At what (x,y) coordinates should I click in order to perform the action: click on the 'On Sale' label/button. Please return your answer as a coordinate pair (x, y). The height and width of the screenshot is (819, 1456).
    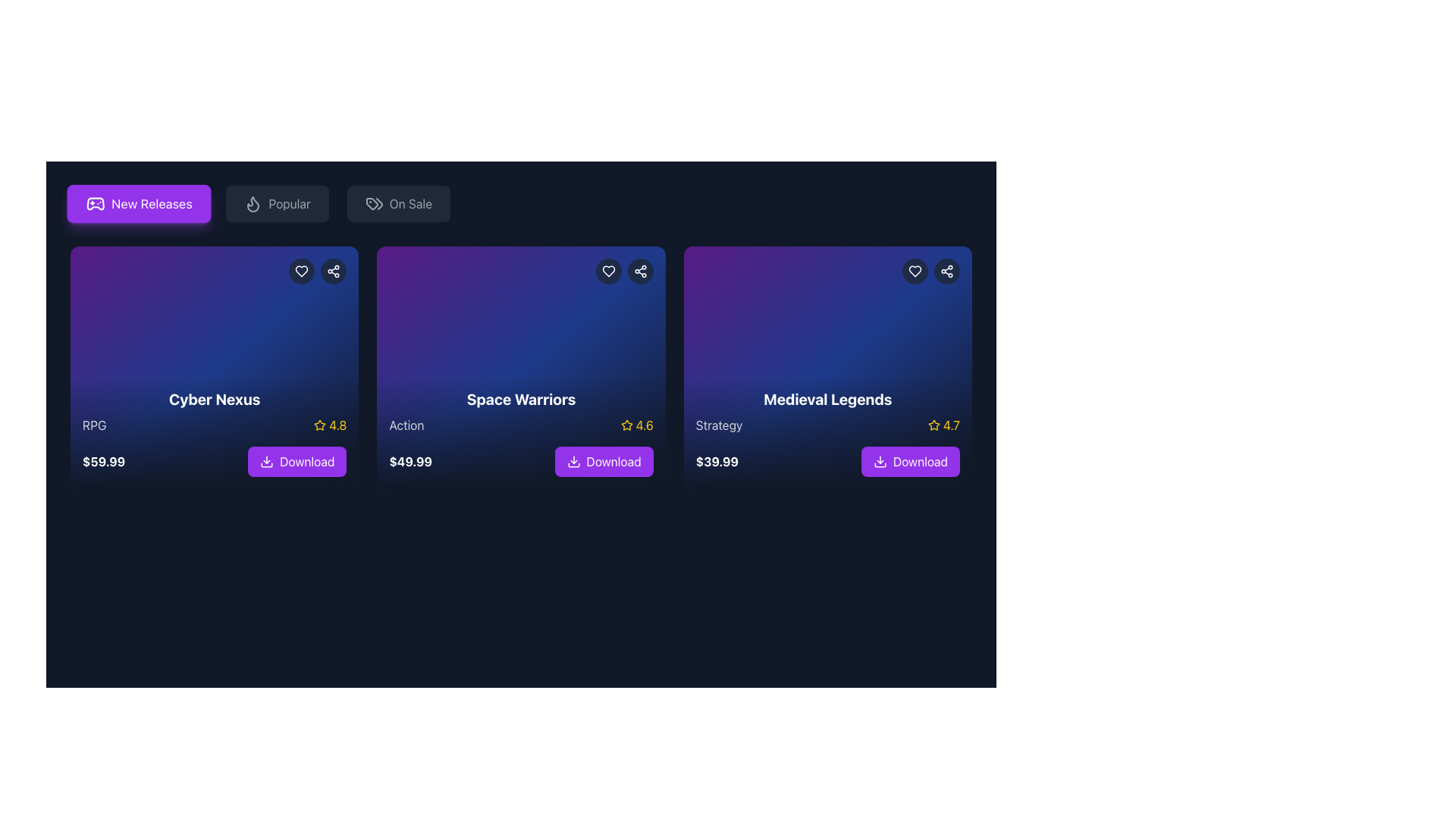
    Looking at the image, I should click on (410, 203).